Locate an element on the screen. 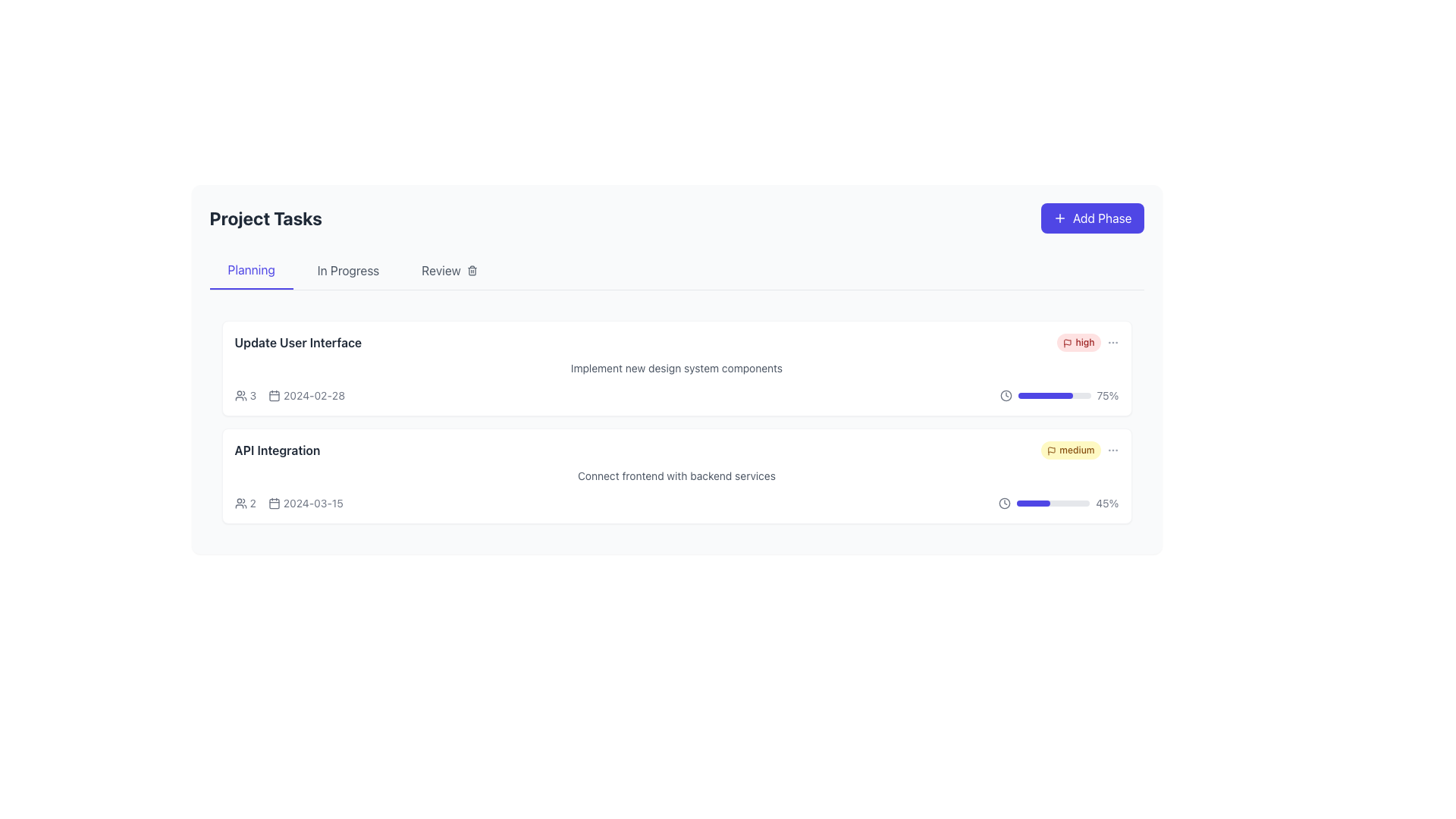 This screenshot has height=819, width=1456. the 'Review' button is located at coordinates (448, 270).